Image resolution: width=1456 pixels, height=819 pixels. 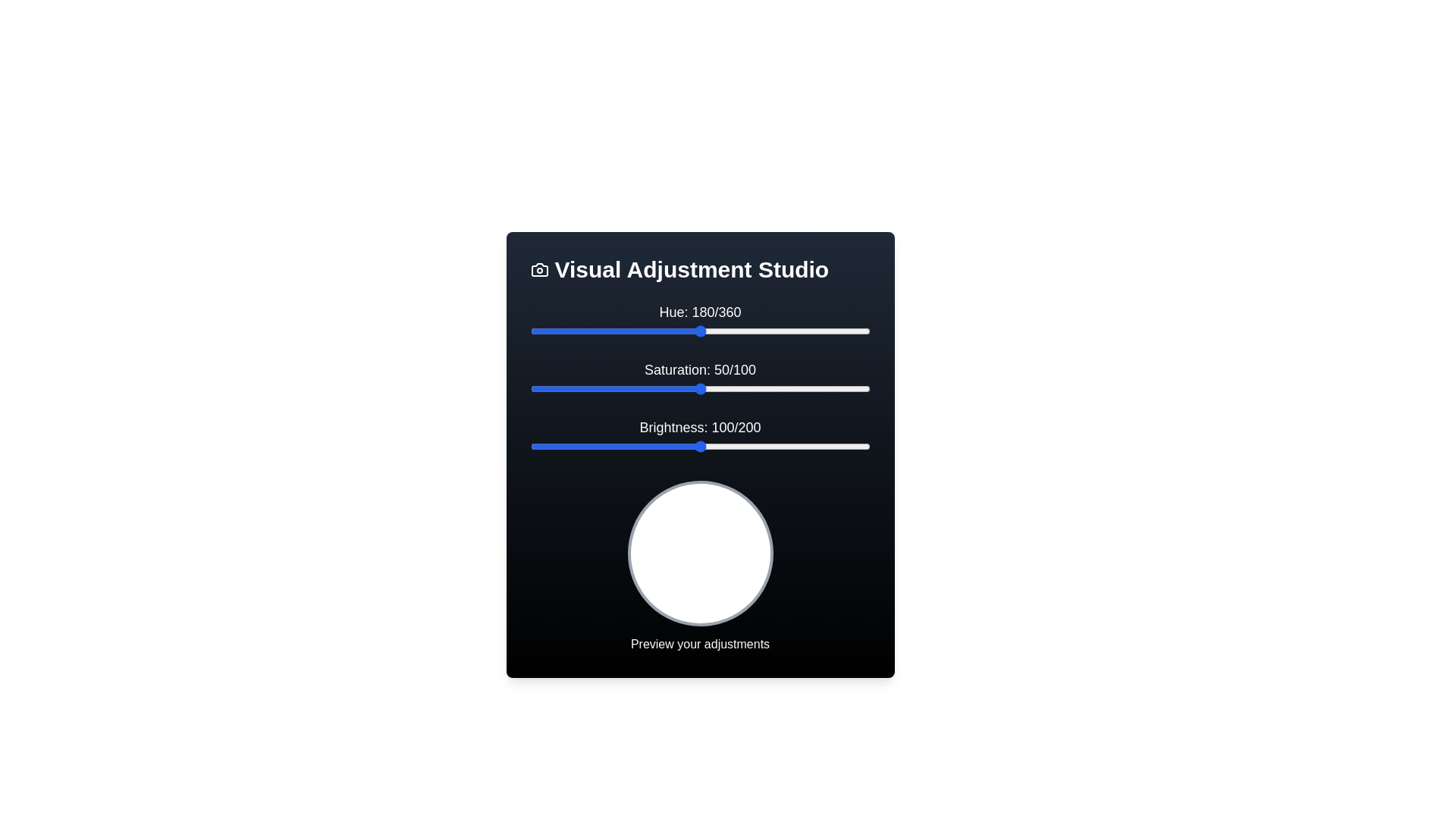 I want to click on the 'Hue' slider to 251 by dragging the slider, so click(x=767, y=330).